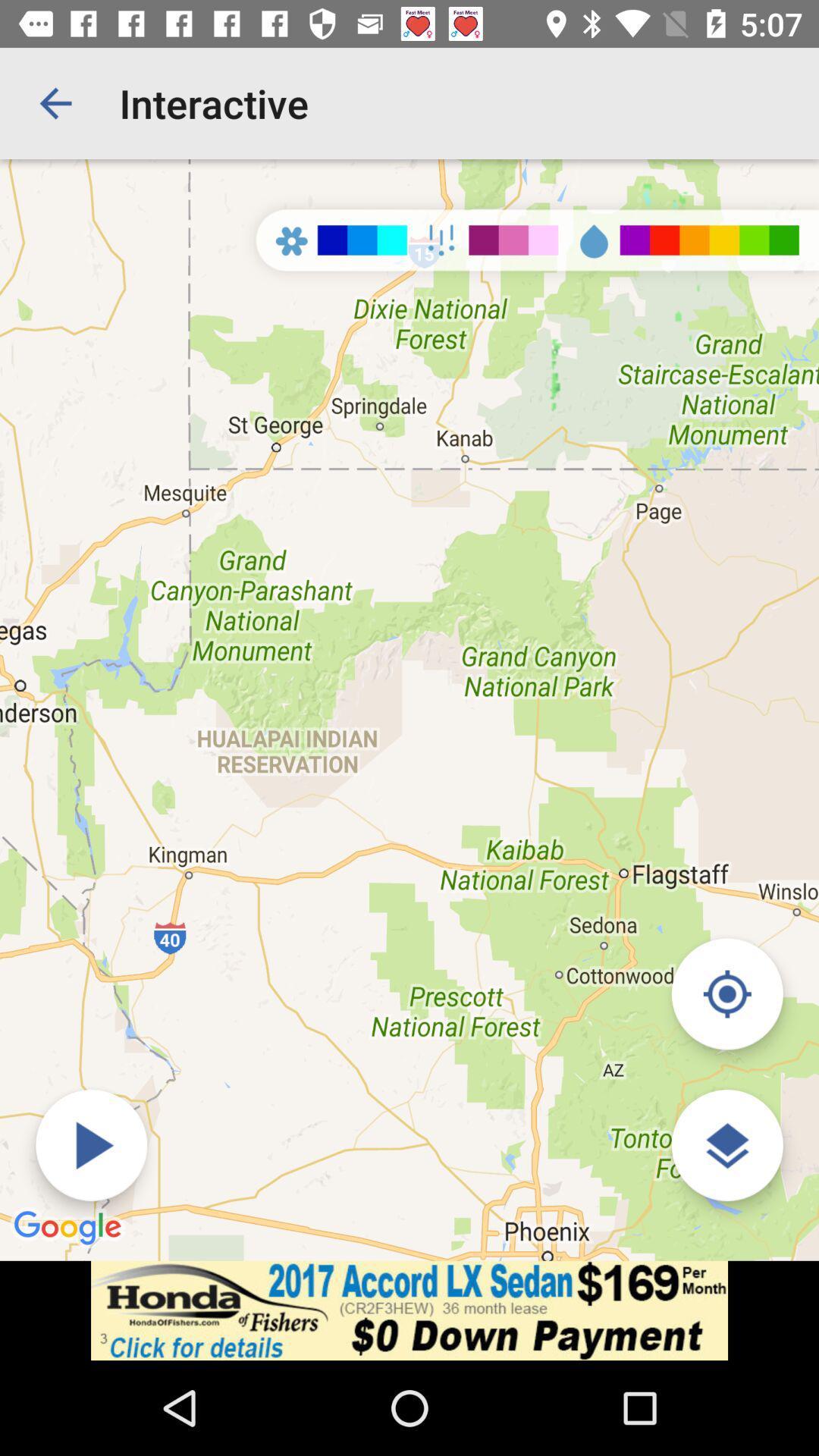 The image size is (819, 1456). I want to click on different filter for map, so click(726, 1145).